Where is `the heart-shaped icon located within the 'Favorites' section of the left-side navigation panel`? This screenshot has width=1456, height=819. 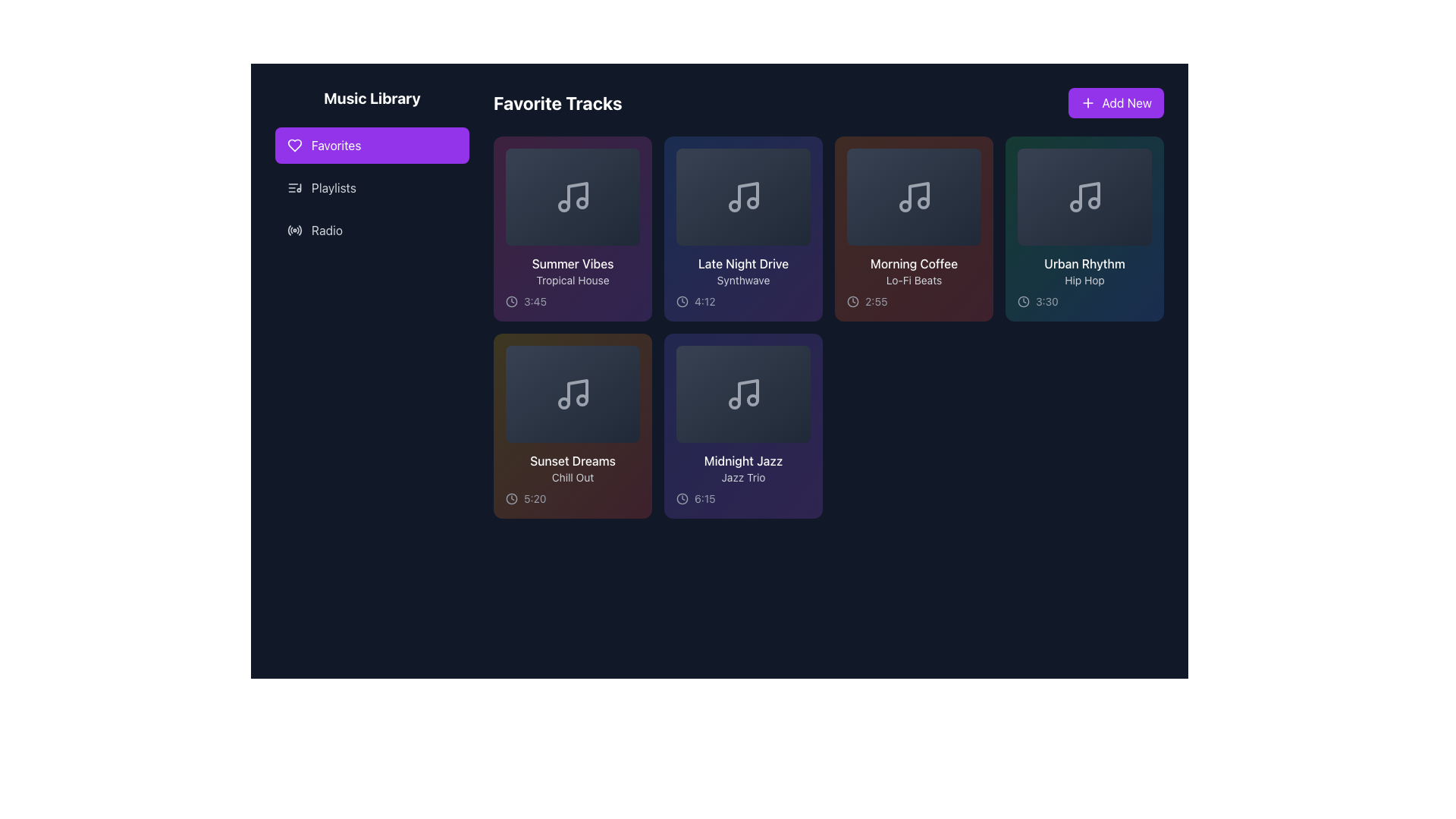
the heart-shaped icon located within the 'Favorites' section of the left-side navigation panel is located at coordinates (294, 146).